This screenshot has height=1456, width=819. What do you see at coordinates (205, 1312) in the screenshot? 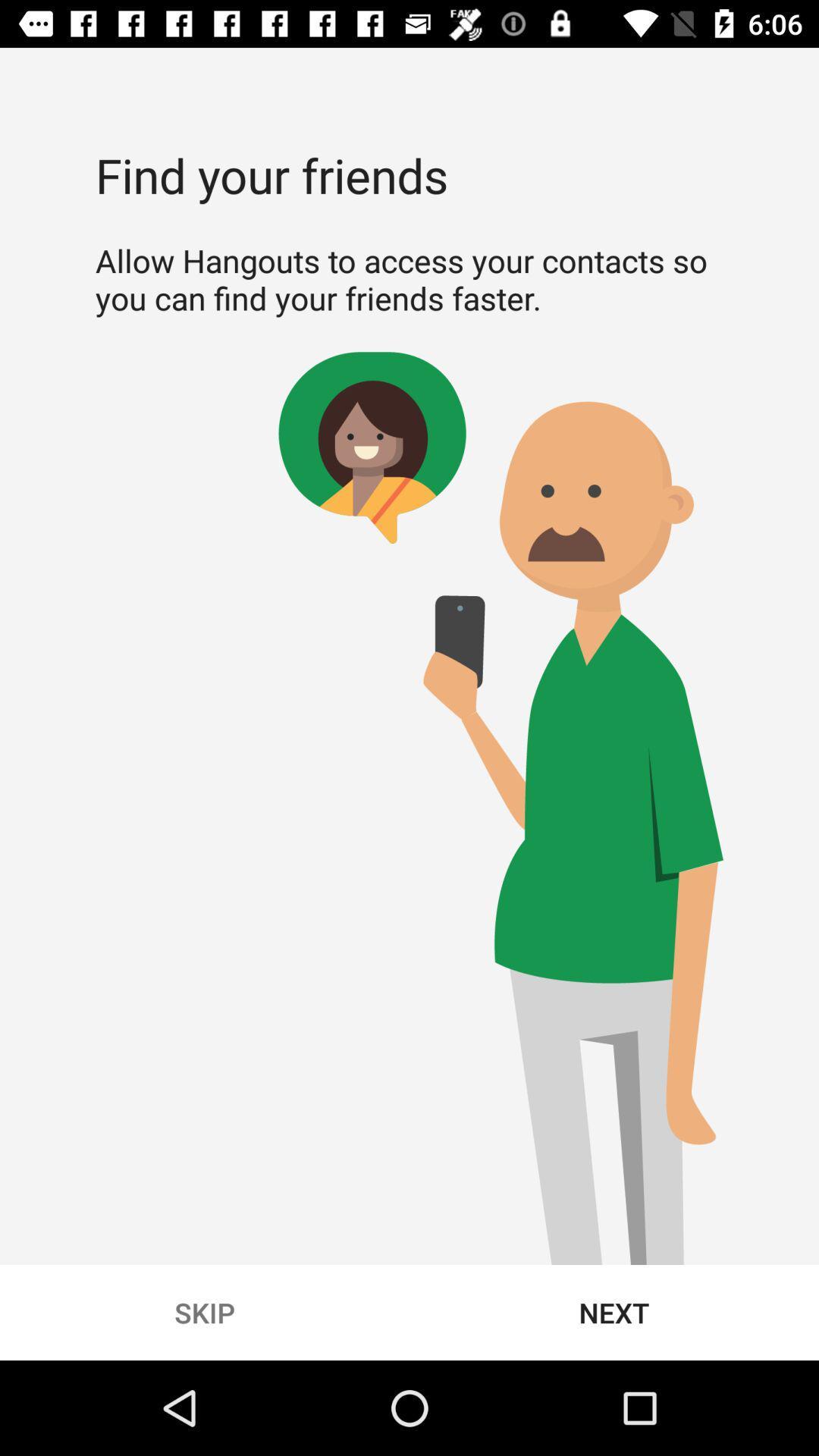
I see `the button next to next button` at bounding box center [205, 1312].